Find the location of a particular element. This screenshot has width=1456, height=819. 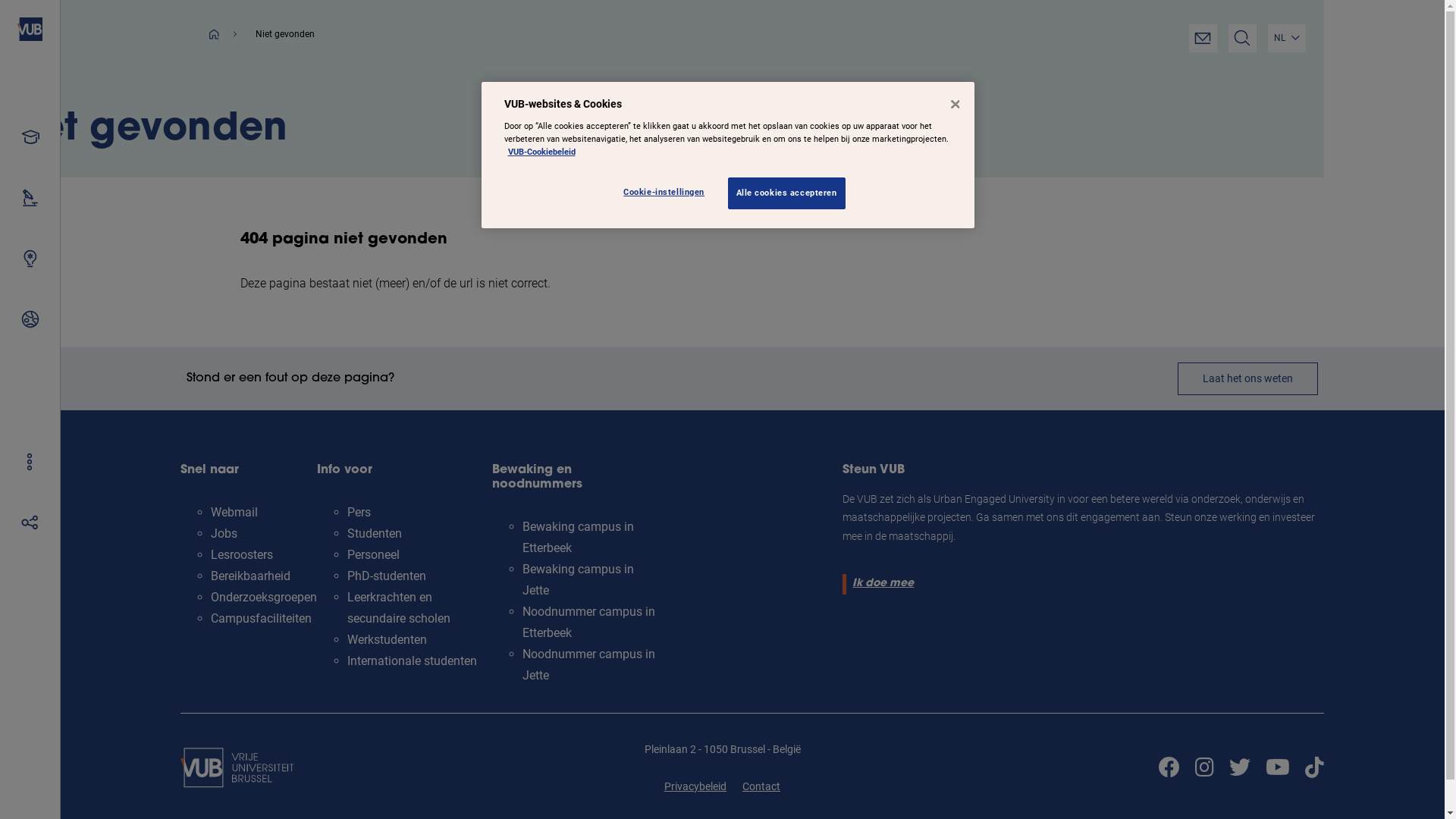

'Open de instagram pagina van VUB' is located at coordinates (1203, 767).